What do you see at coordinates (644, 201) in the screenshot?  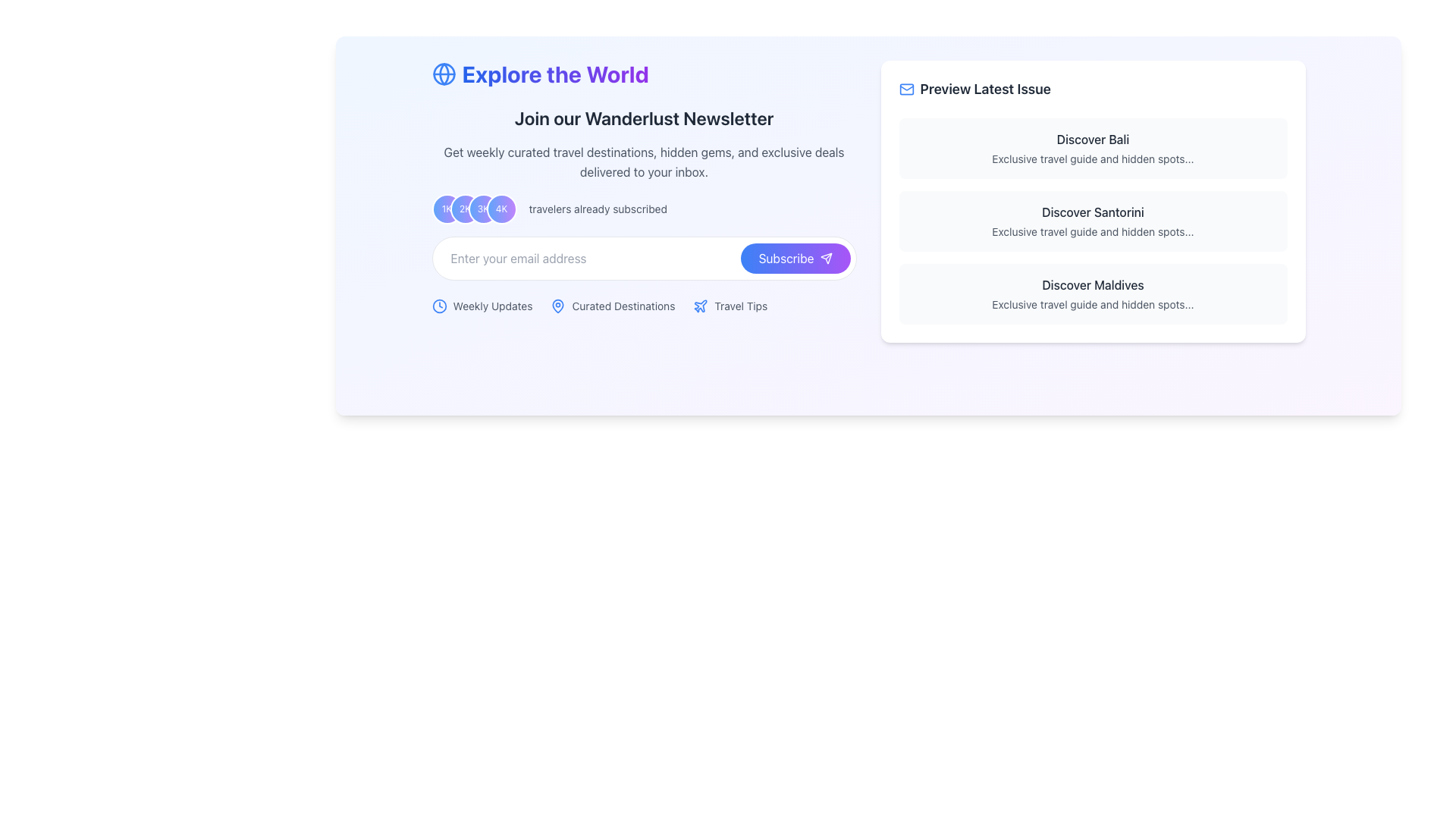 I see `the text that provides information about the number of users who have subscribed to the service, located centrally in the left grid column, below the circular icons and above the 'Subscribe' button` at bounding box center [644, 201].